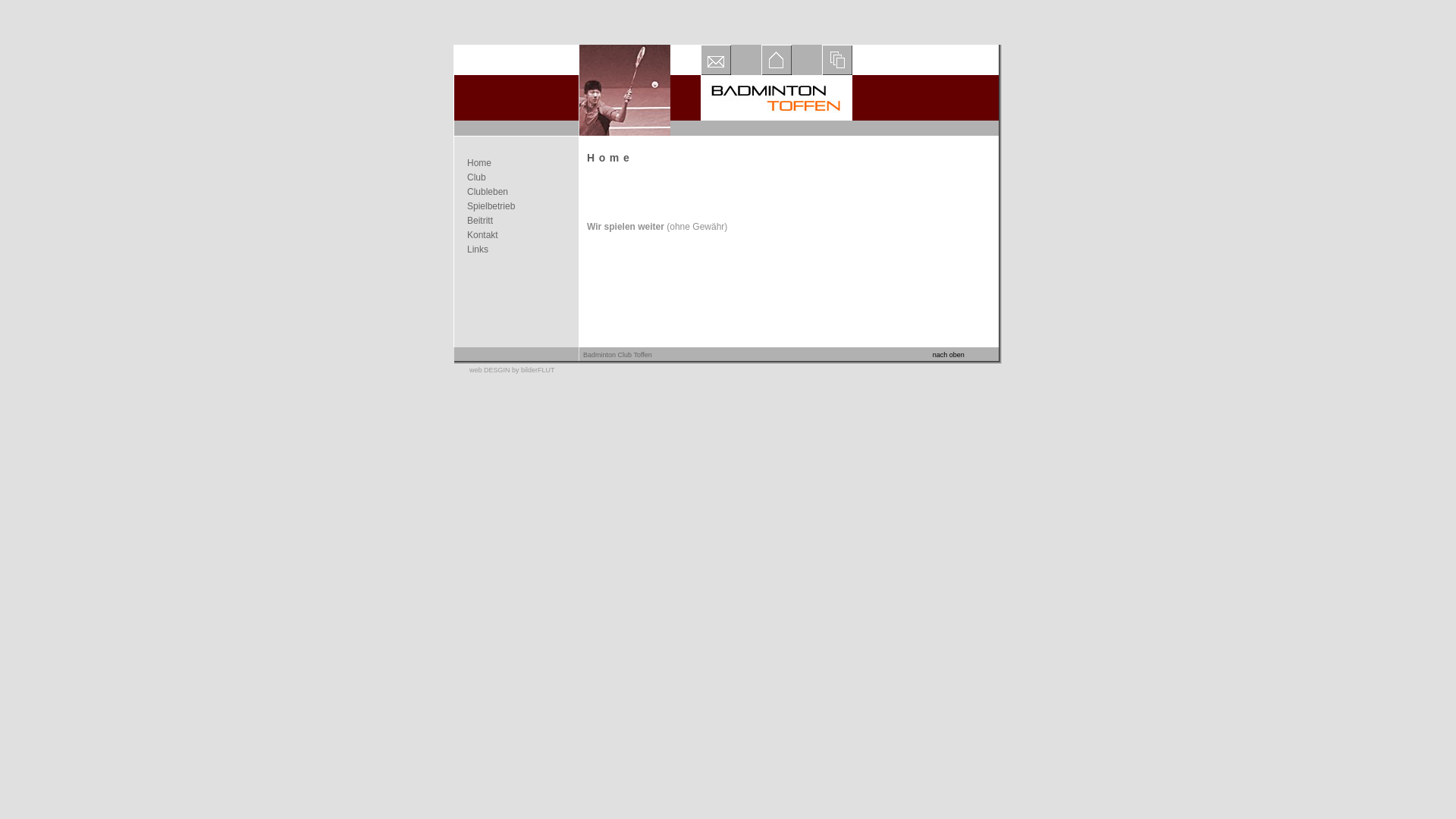 Image resolution: width=1456 pixels, height=819 pixels. What do you see at coordinates (512, 370) in the screenshot?
I see `'web DESGIN by bilderFLUT'` at bounding box center [512, 370].